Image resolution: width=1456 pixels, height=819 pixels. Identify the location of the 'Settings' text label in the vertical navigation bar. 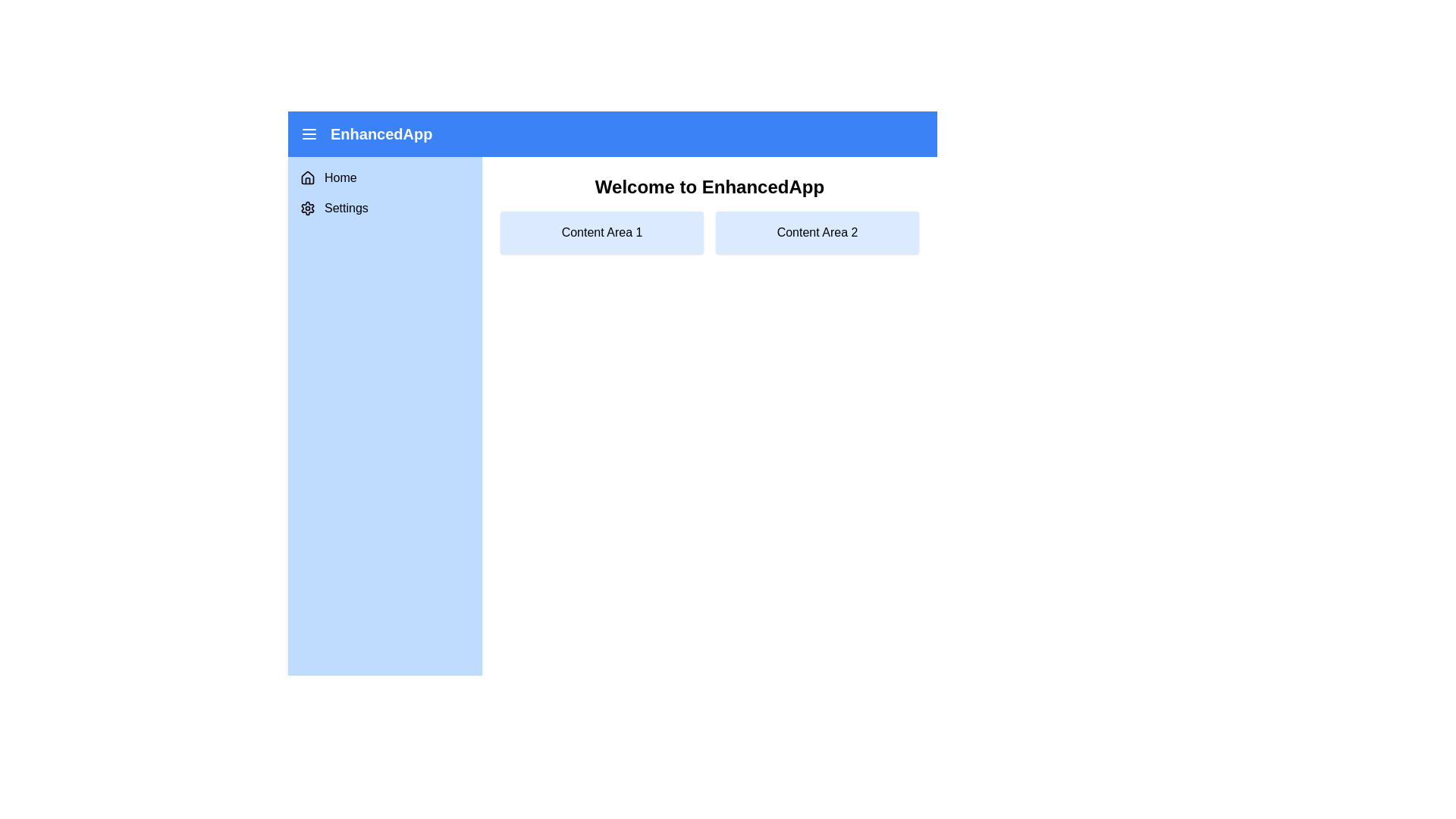
(345, 208).